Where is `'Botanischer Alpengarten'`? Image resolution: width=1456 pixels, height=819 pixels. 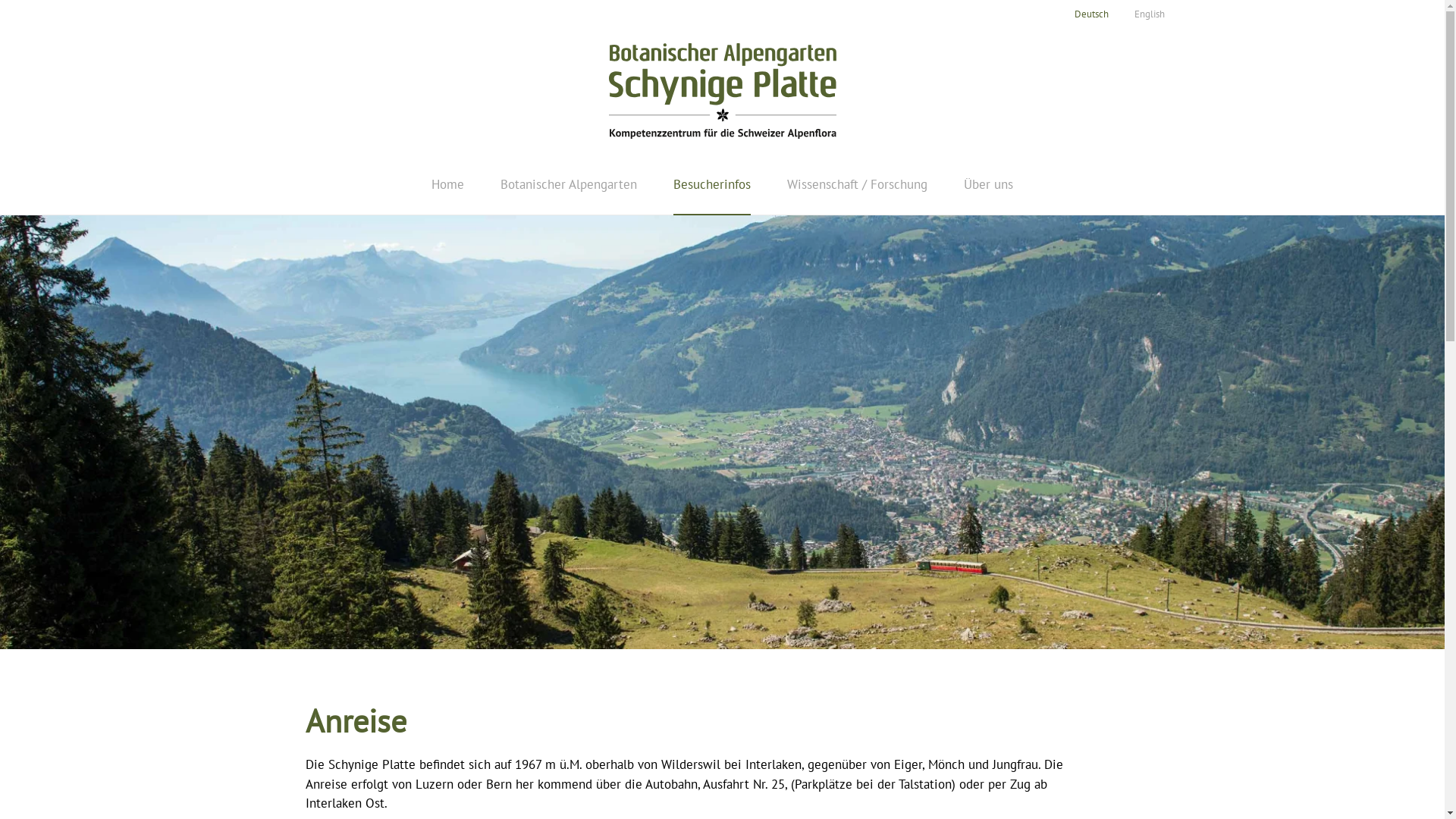 'Botanischer Alpengarten' is located at coordinates (567, 184).